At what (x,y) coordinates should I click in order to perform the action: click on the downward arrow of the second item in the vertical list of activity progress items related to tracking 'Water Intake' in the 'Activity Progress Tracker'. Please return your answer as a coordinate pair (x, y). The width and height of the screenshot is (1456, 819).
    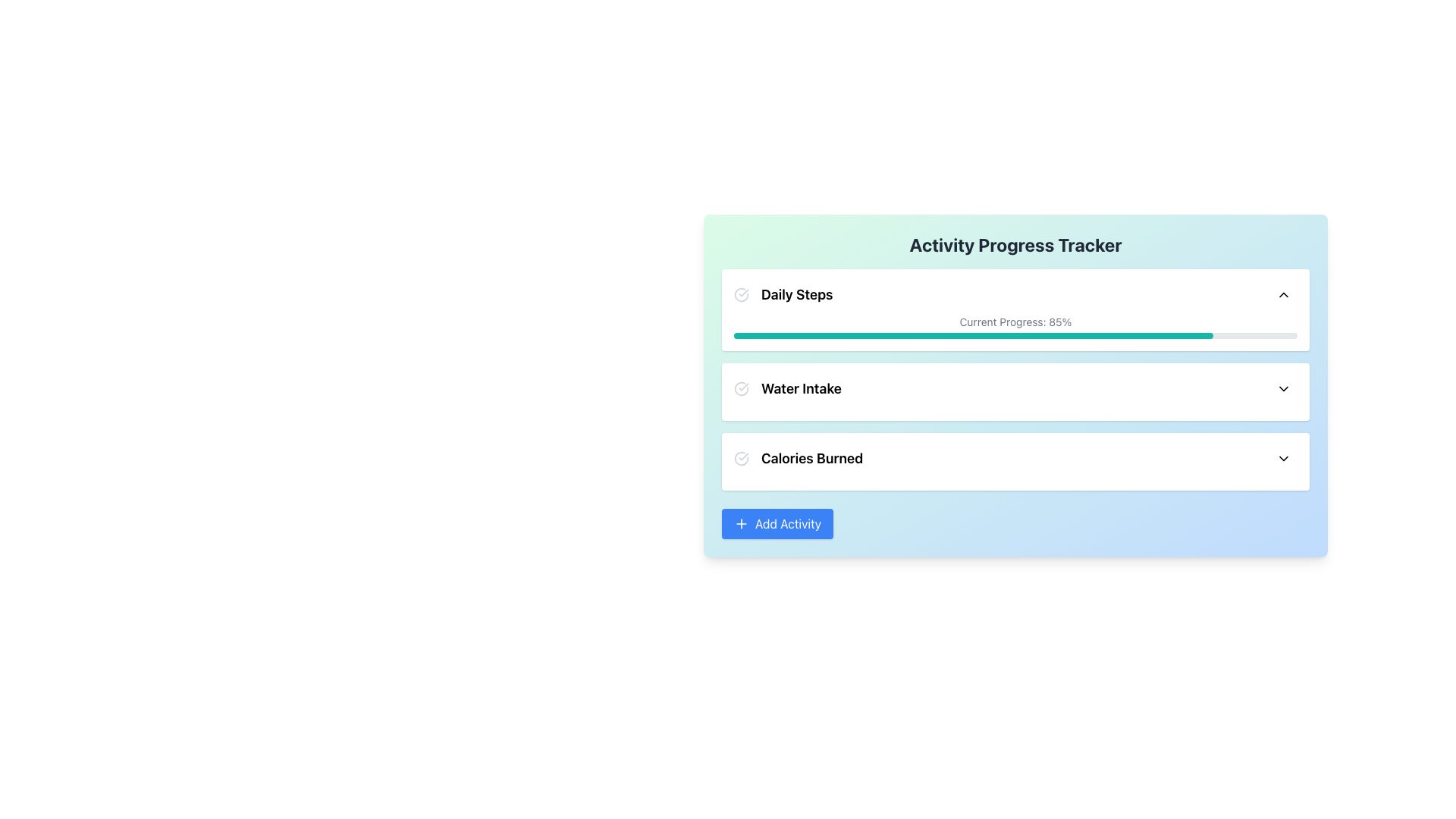
    Looking at the image, I should click on (1015, 388).